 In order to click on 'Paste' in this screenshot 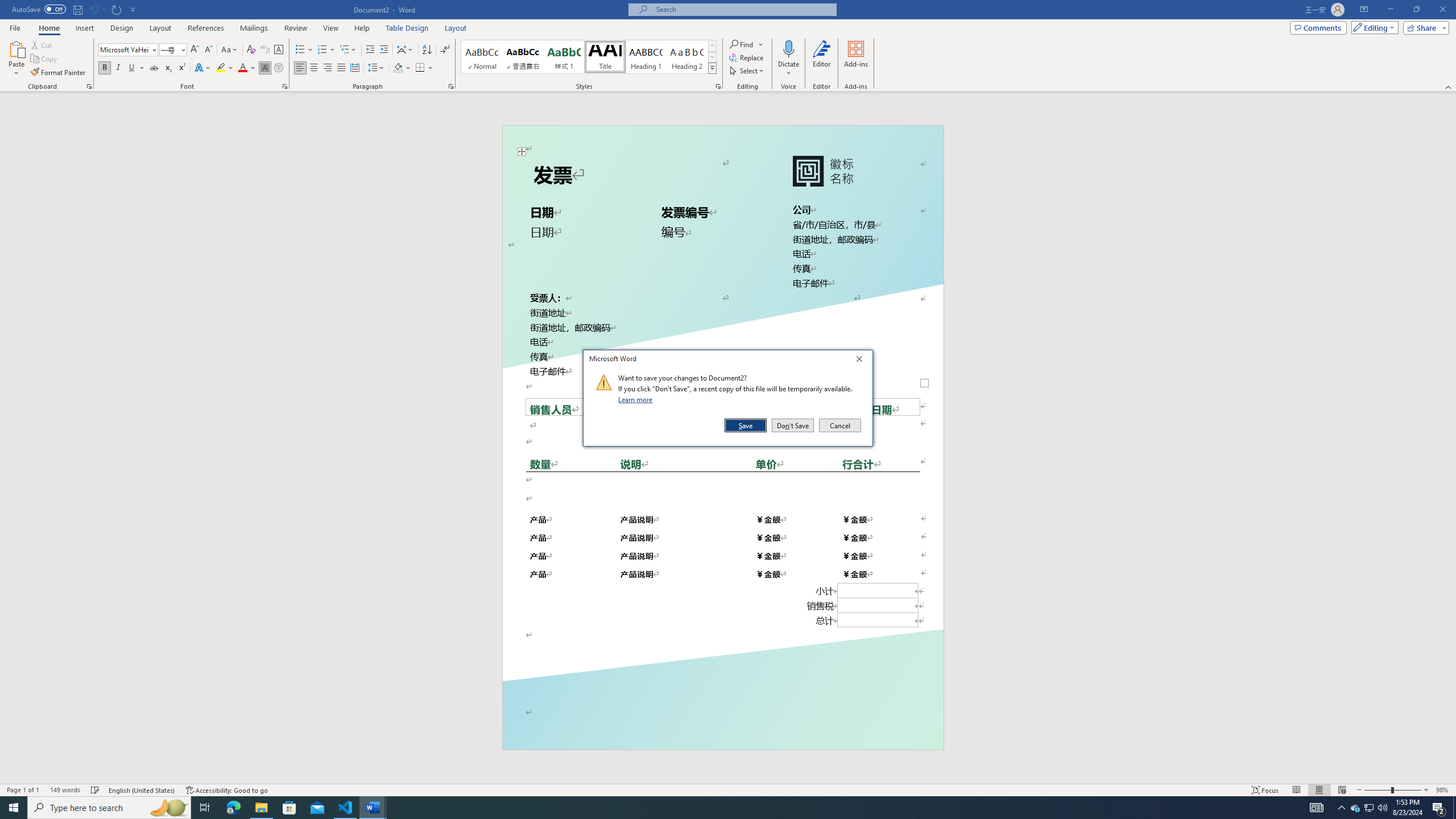, I will do `click(16, 59)`.